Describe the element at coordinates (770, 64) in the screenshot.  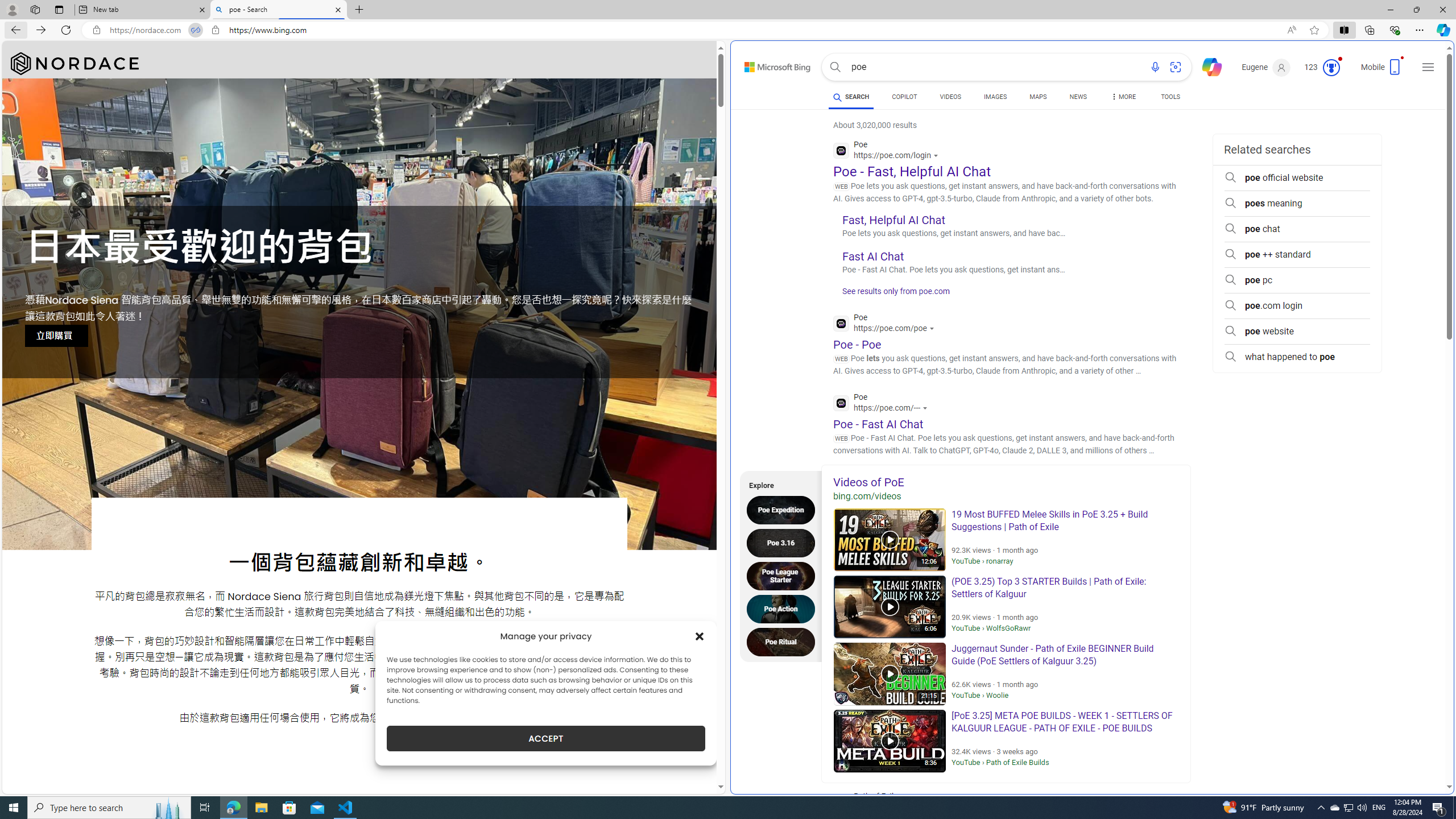
I see `'Back to Bing search'` at that location.